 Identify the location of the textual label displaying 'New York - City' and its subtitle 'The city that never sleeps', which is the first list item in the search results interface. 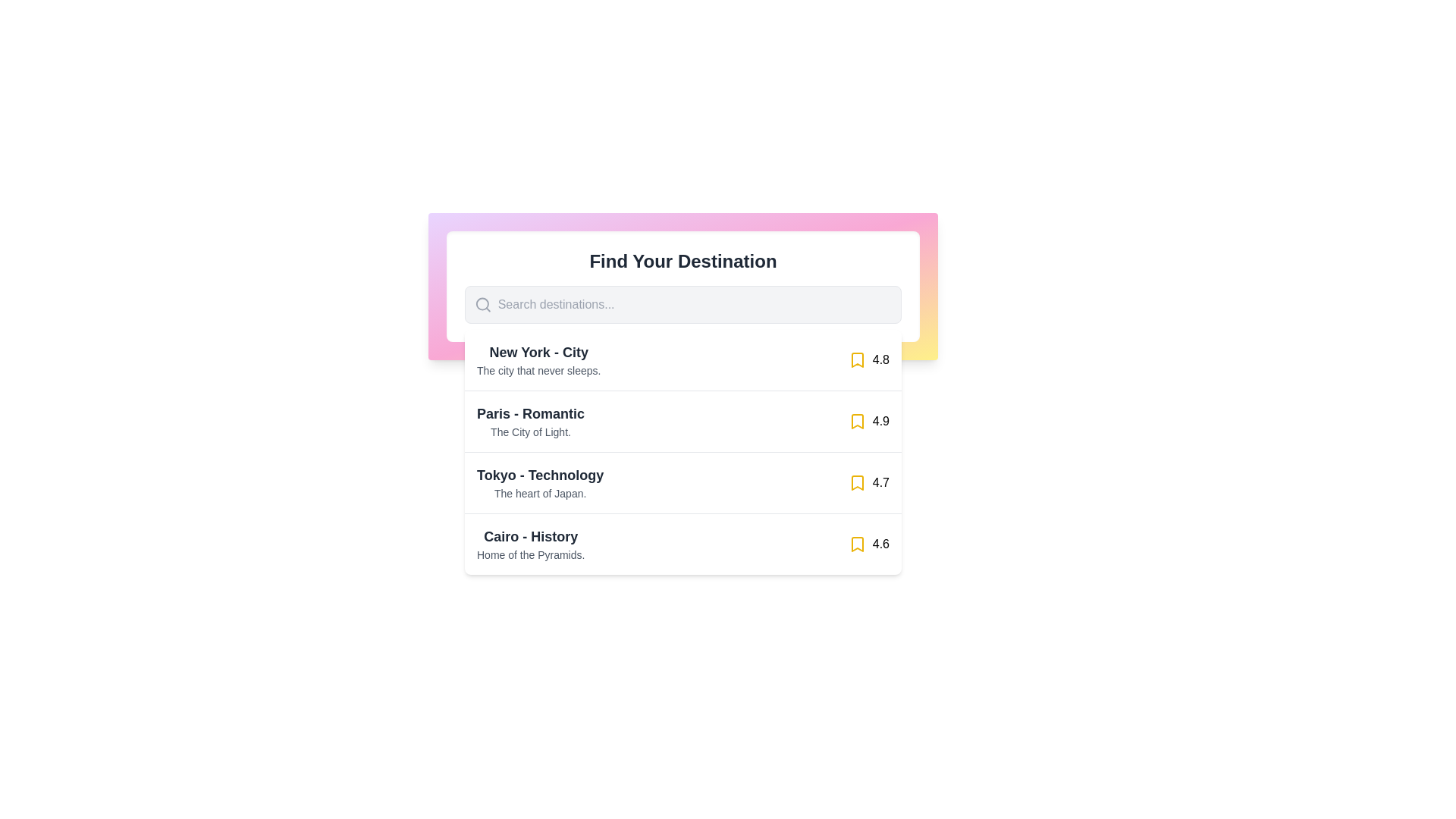
(538, 359).